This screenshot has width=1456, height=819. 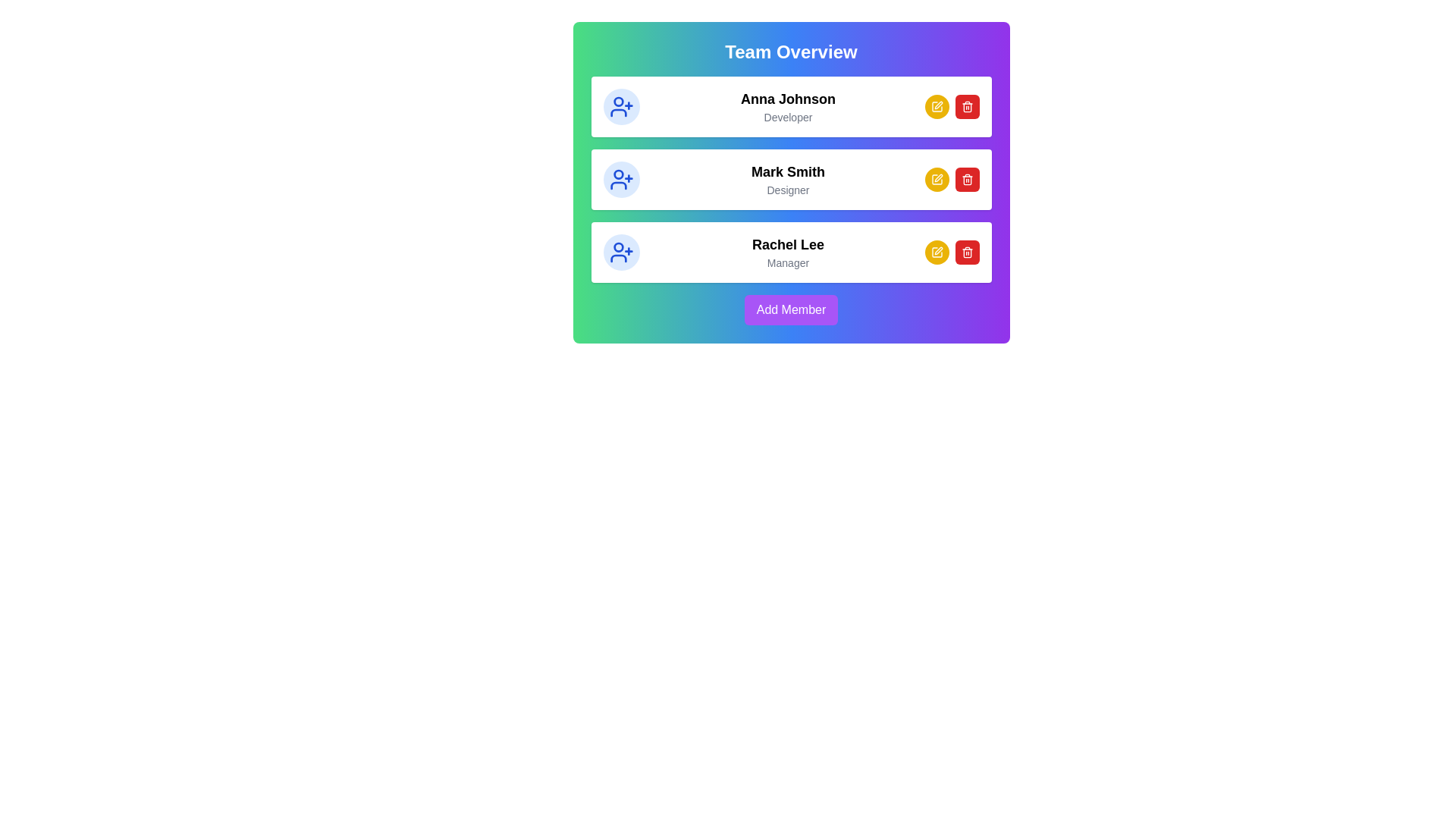 What do you see at coordinates (790, 309) in the screenshot?
I see `the 'Add Member' button, which is a prominently styled button with a purple background and white text located at the bottom of the 'Team Overview' section` at bounding box center [790, 309].